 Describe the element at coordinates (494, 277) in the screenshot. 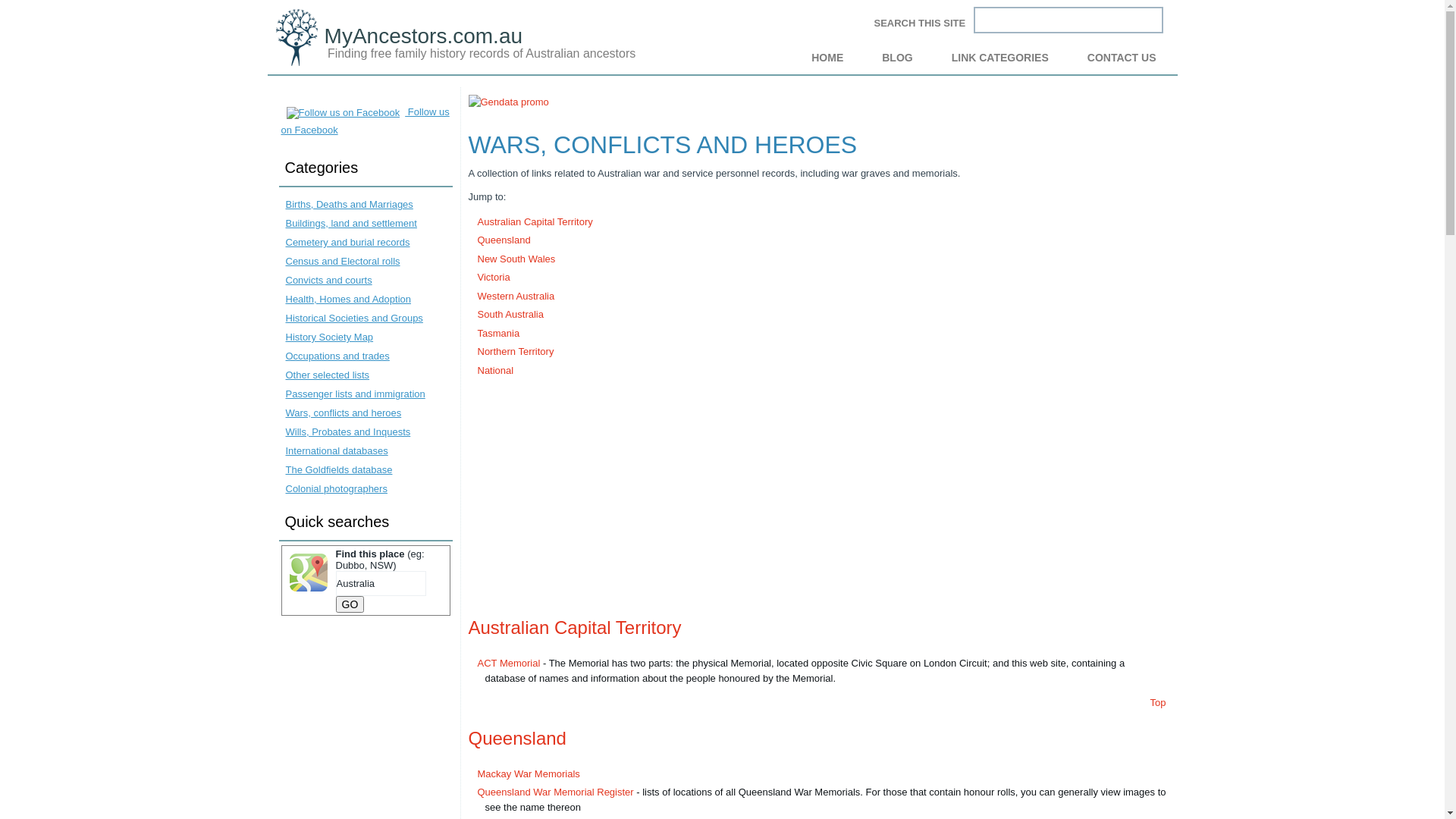

I see `'Victoria'` at that location.